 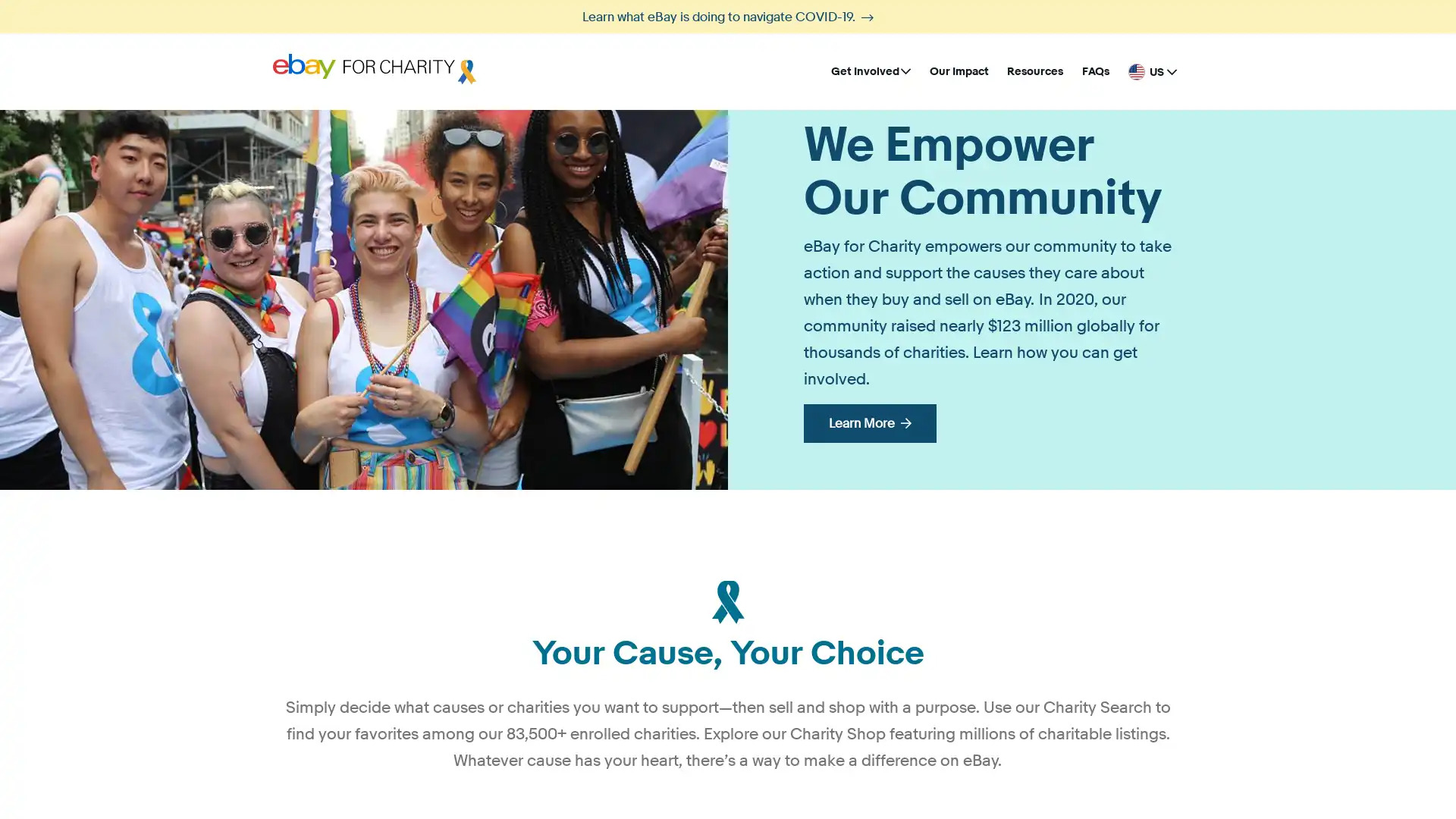 What do you see at coordinates (1151, 71) in the screenshot?
I see `United States - English US` at bounding box center [1151, 71].